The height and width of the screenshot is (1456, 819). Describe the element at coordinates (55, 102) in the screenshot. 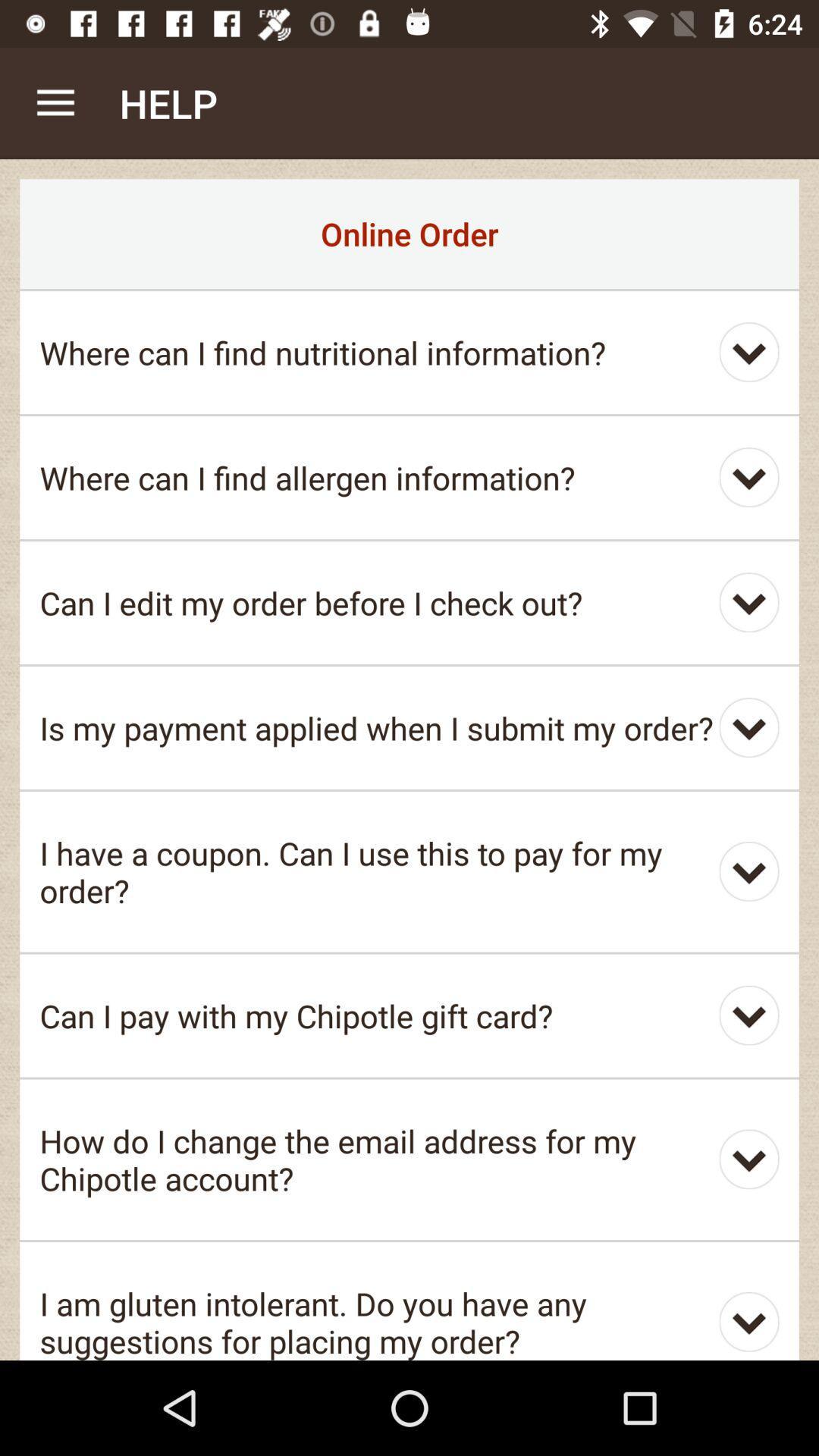

I see `item next to the help app` at that location.